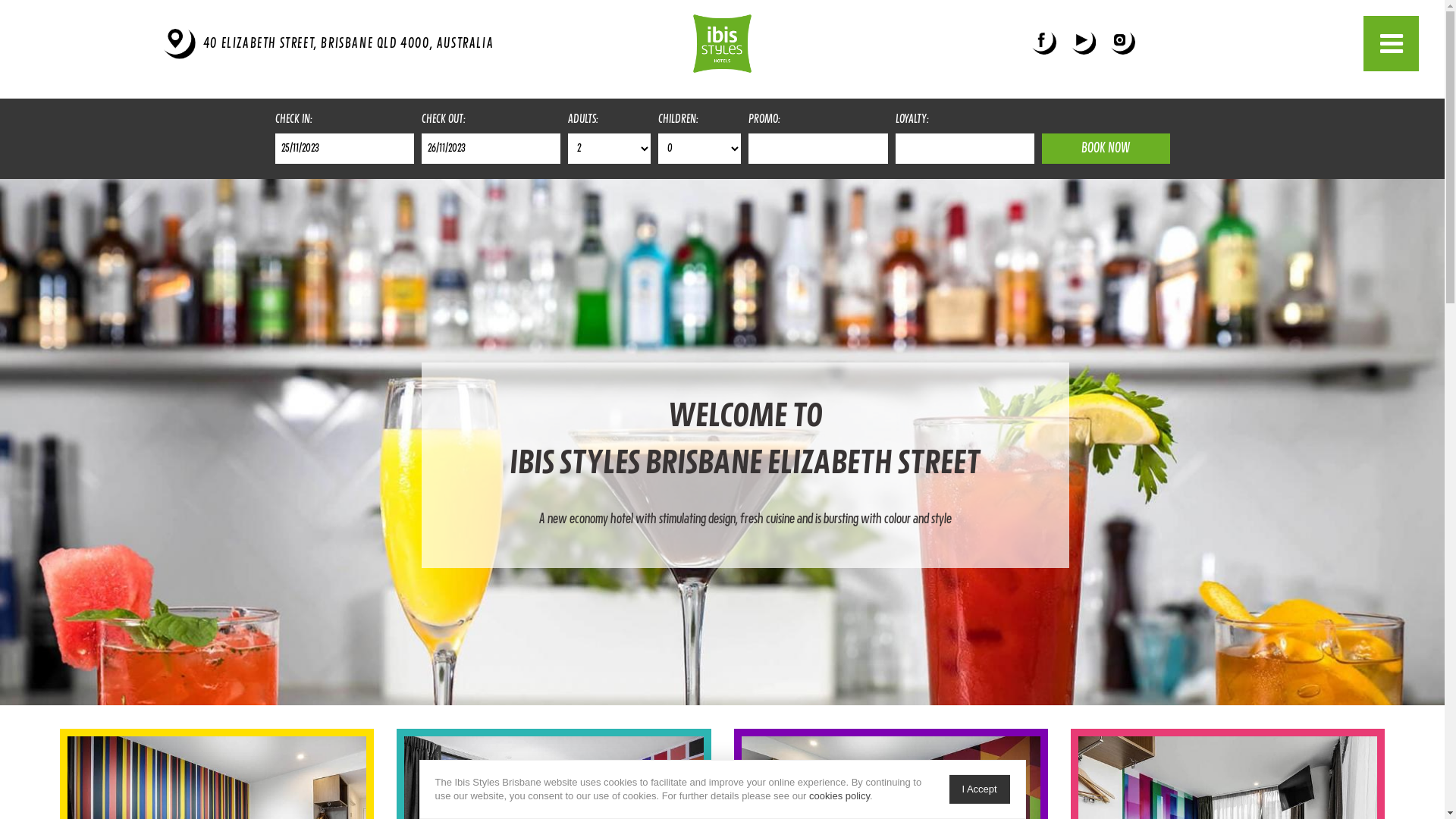 The image size is (1456, 819). What do you see at coordinates (1110, 42) in the screenshot?
I see `'insta image'` at bounding box center [1110, 42].